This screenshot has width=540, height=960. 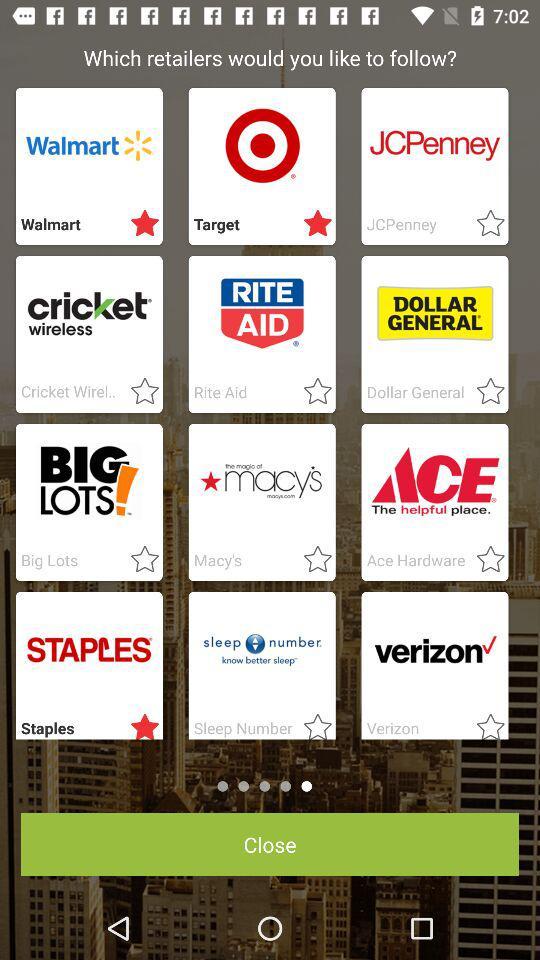 What do you see at coordinates (312, 224) in the screenshot?
I see `remove from favorites` at bounding box center [312, 224].